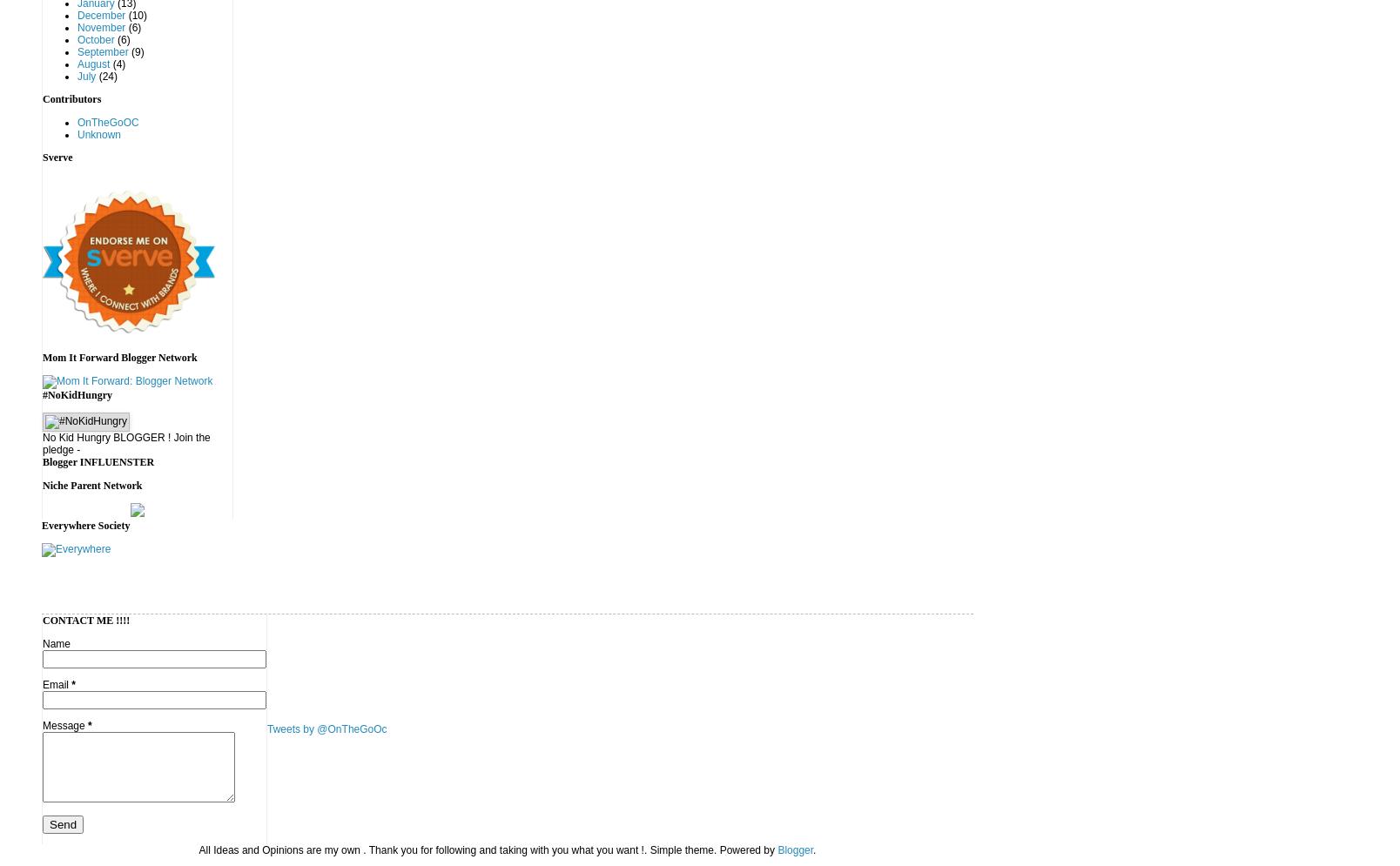 Image resolution: width=1400 pixels, height=866 pixels. Describe the element at coordinates (135, 16) in the screenshot. I see `'(10)'` at that location.